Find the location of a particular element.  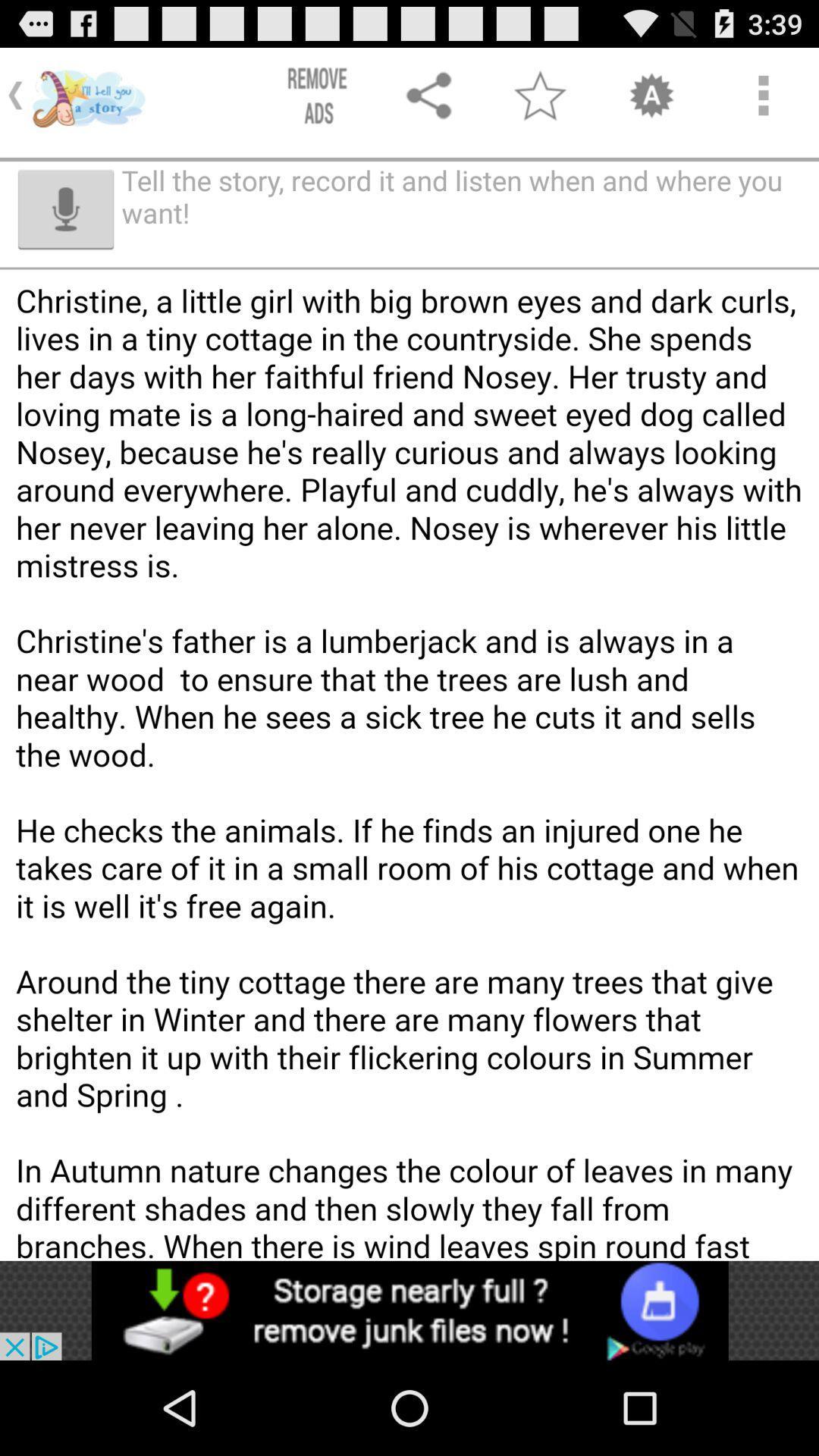

the full page is located at coordinates (409, 814).